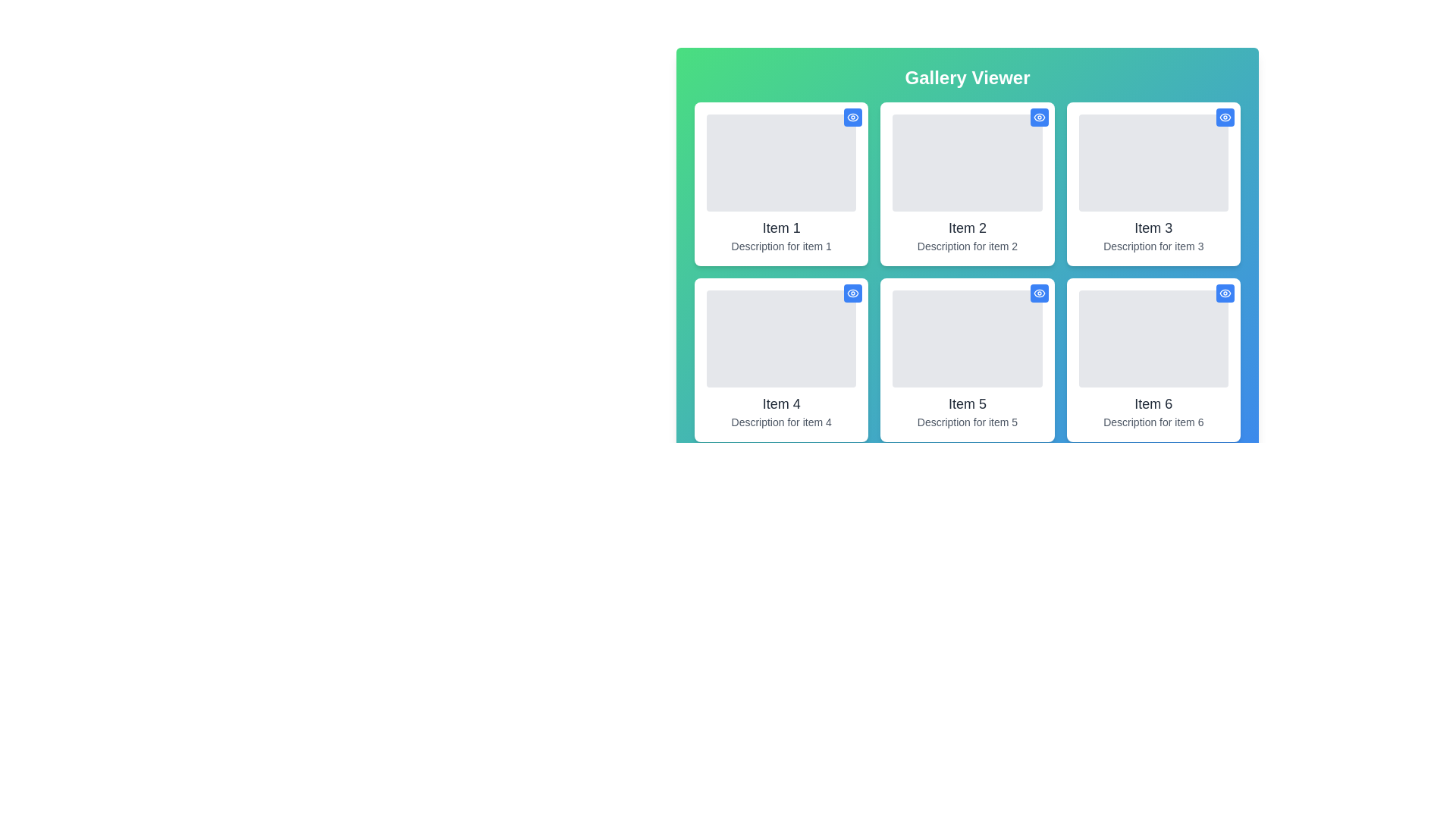 This screenshot has height=819, width=1456. Describe the element at coordinates (1153, 245) in the screenshot. I see `the descriptive text label located beneath the 'Item 3' text in the third card of the grid layout` at that location.